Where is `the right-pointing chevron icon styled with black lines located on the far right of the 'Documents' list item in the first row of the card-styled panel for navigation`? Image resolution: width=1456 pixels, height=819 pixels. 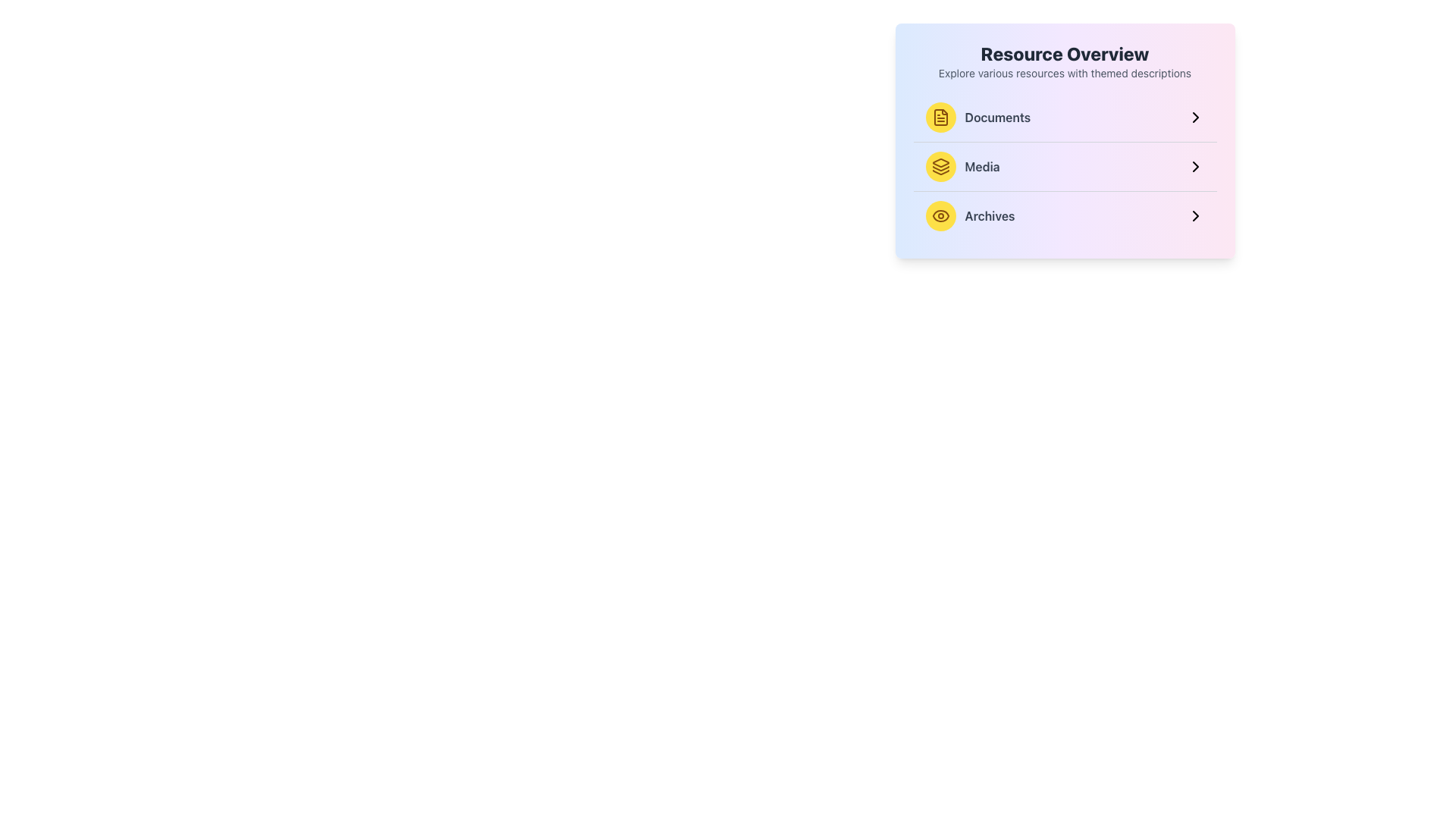 the right-pointing chevron icon styled with black lines located on the far right of the 'Documents' list item in the first row of the card-styled panel for navigation is located at coordinates (1194, 116).